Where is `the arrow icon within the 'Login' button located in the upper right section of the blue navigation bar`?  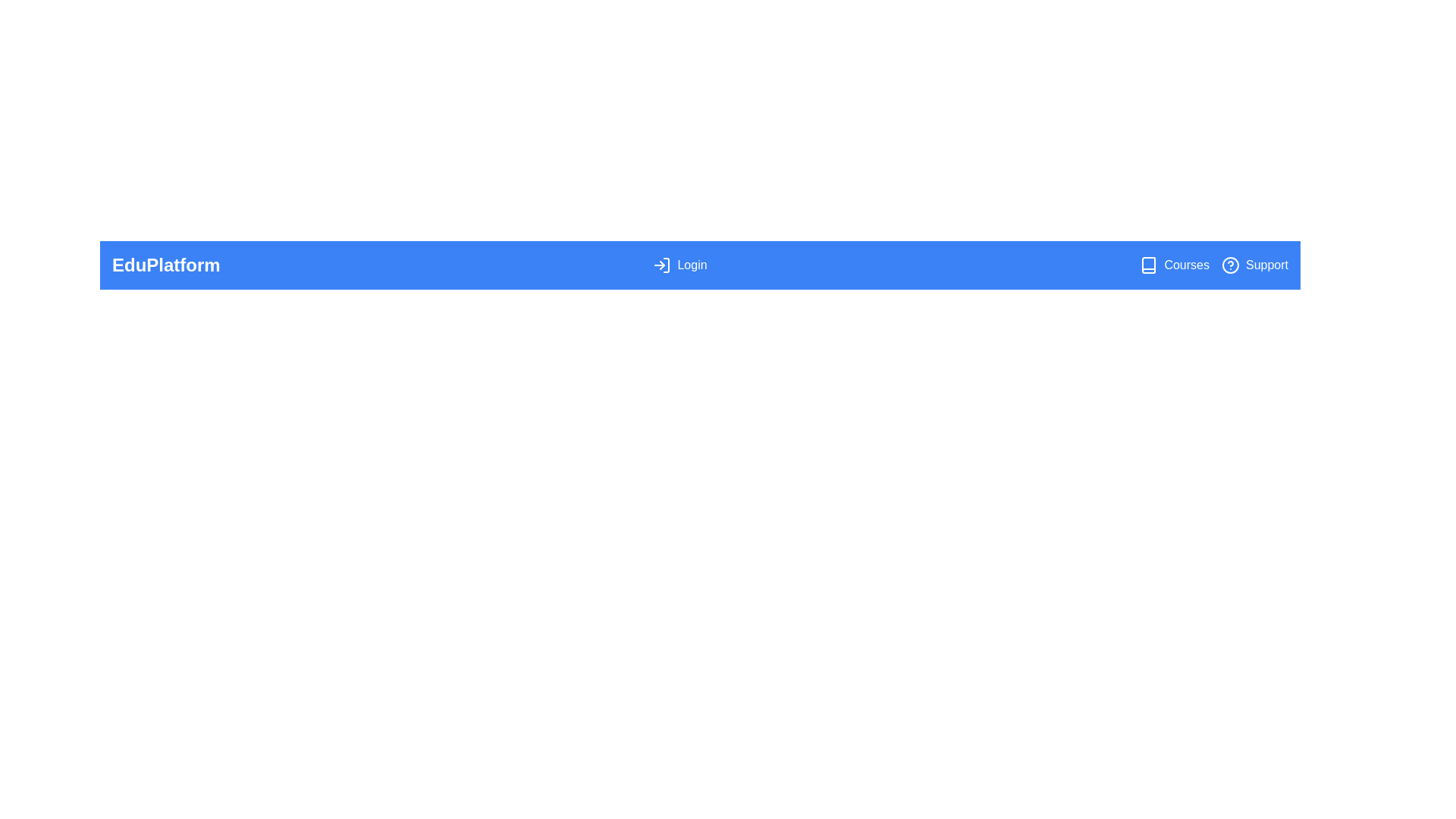 the arrow icon within the 'Login' button located in the upper right section of the blue navigation bar is located at coordinates (662, 265).